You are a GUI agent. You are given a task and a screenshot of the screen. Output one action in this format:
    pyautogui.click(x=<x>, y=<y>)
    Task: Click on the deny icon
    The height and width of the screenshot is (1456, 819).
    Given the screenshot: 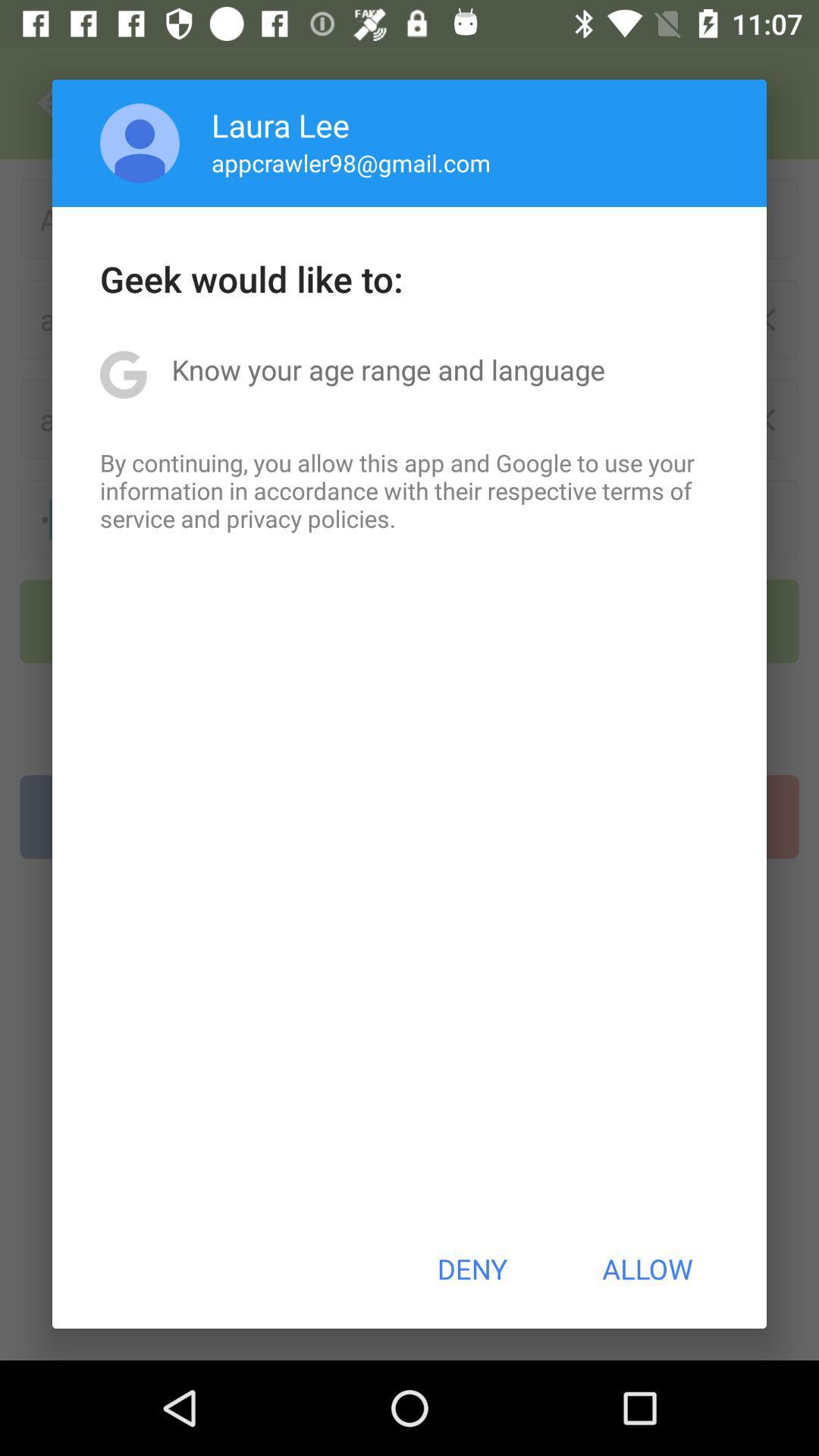 What is the action you would take?
    pyautogui.click(x=471, y=1269)
    